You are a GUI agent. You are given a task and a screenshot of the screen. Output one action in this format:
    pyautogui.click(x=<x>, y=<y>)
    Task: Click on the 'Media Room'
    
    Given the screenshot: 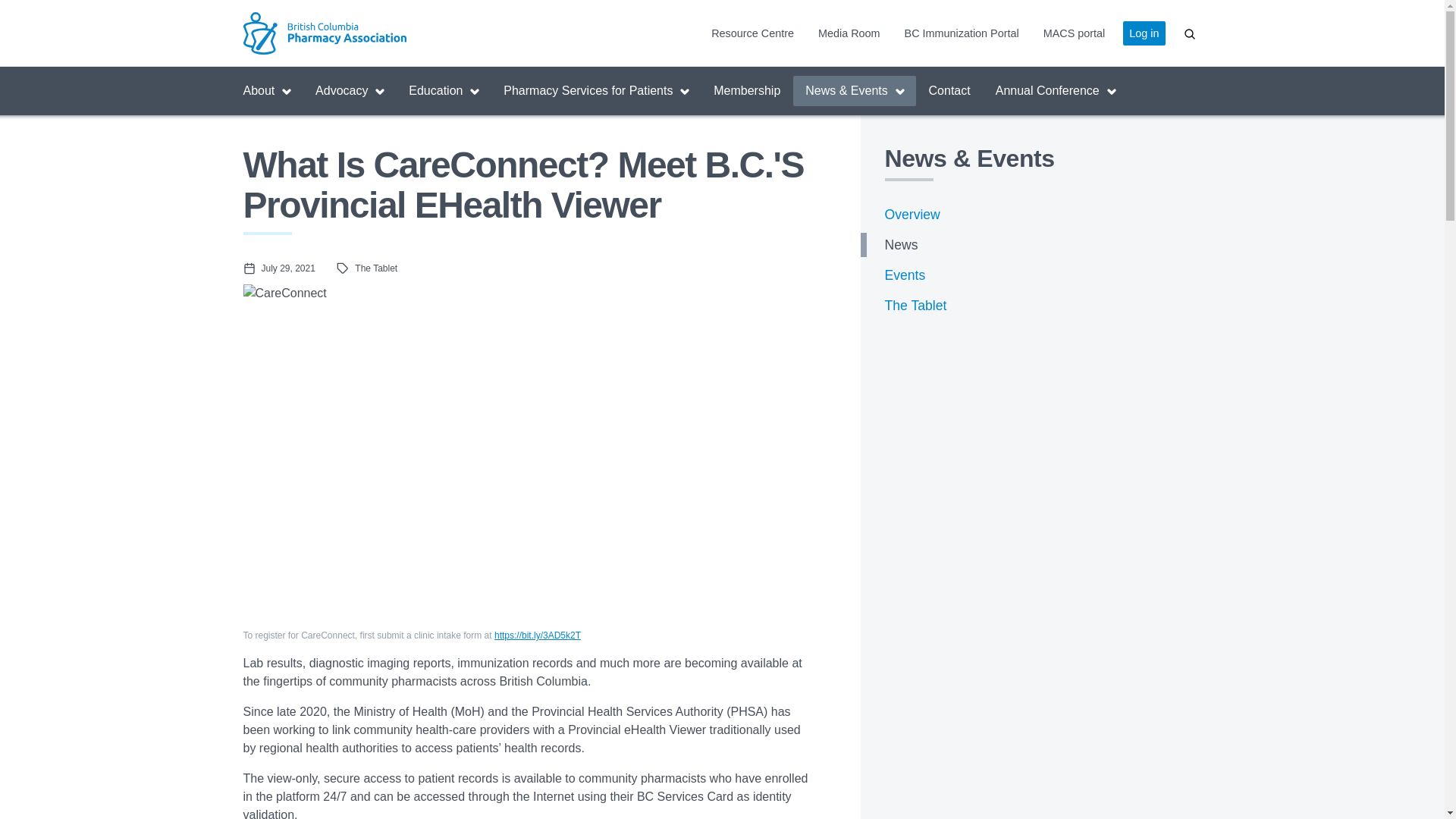 What is the action you would take?
    pyautogui.click(x=848, y=33)
    